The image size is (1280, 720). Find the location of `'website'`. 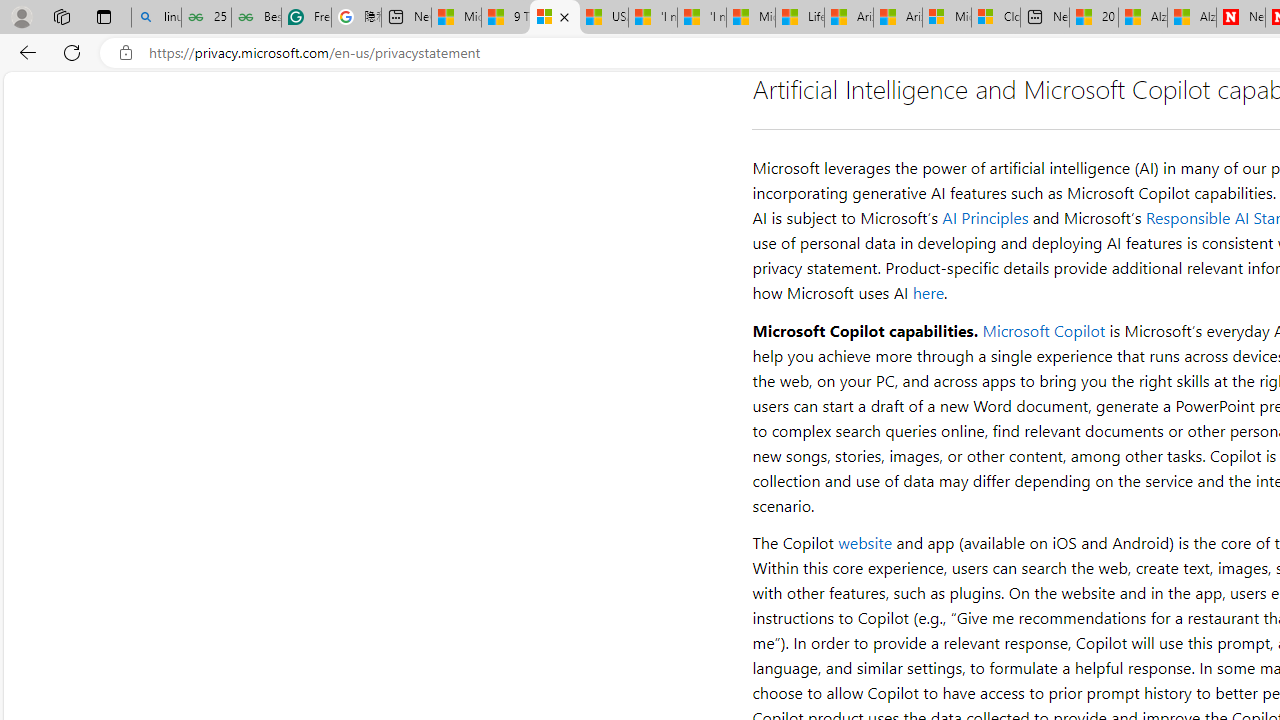

'website' is located at coordinates (865, 542).